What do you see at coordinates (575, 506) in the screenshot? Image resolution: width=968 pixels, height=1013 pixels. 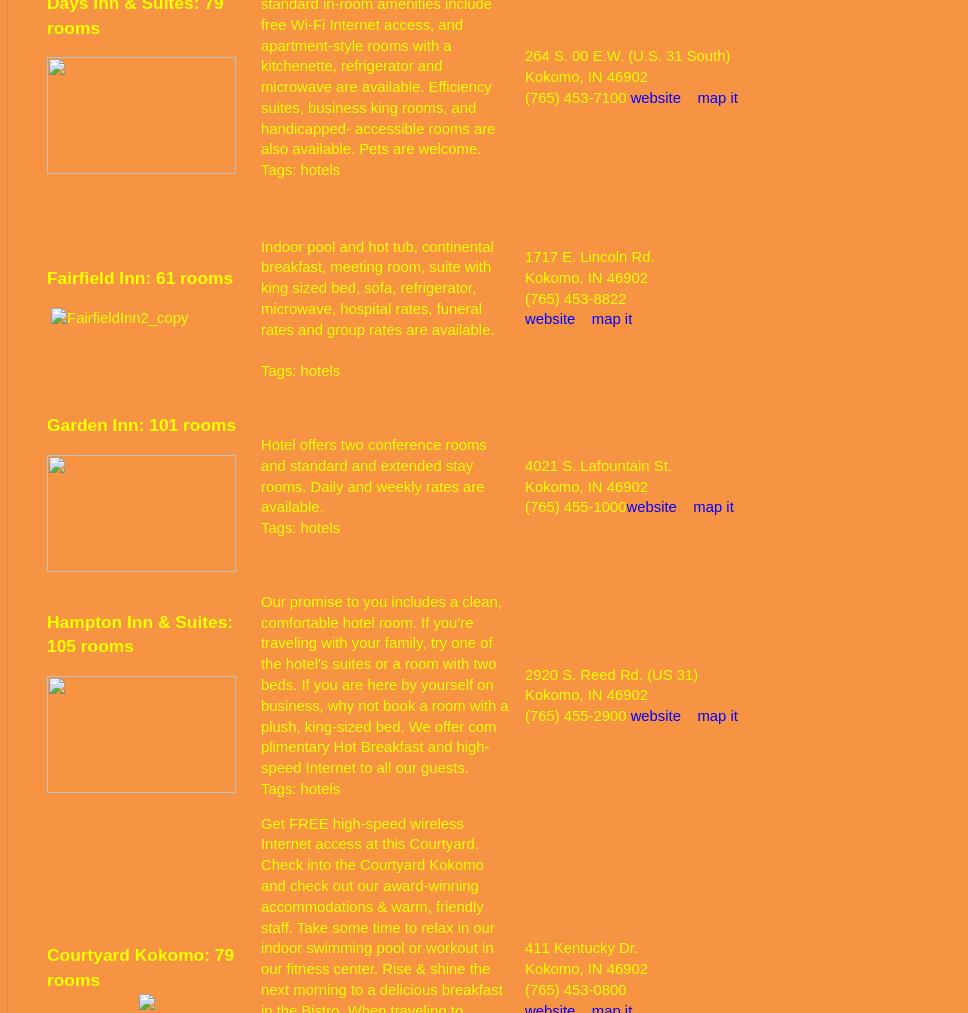 I see `'(765) 455-1000'` at bounding box center [575, 506].